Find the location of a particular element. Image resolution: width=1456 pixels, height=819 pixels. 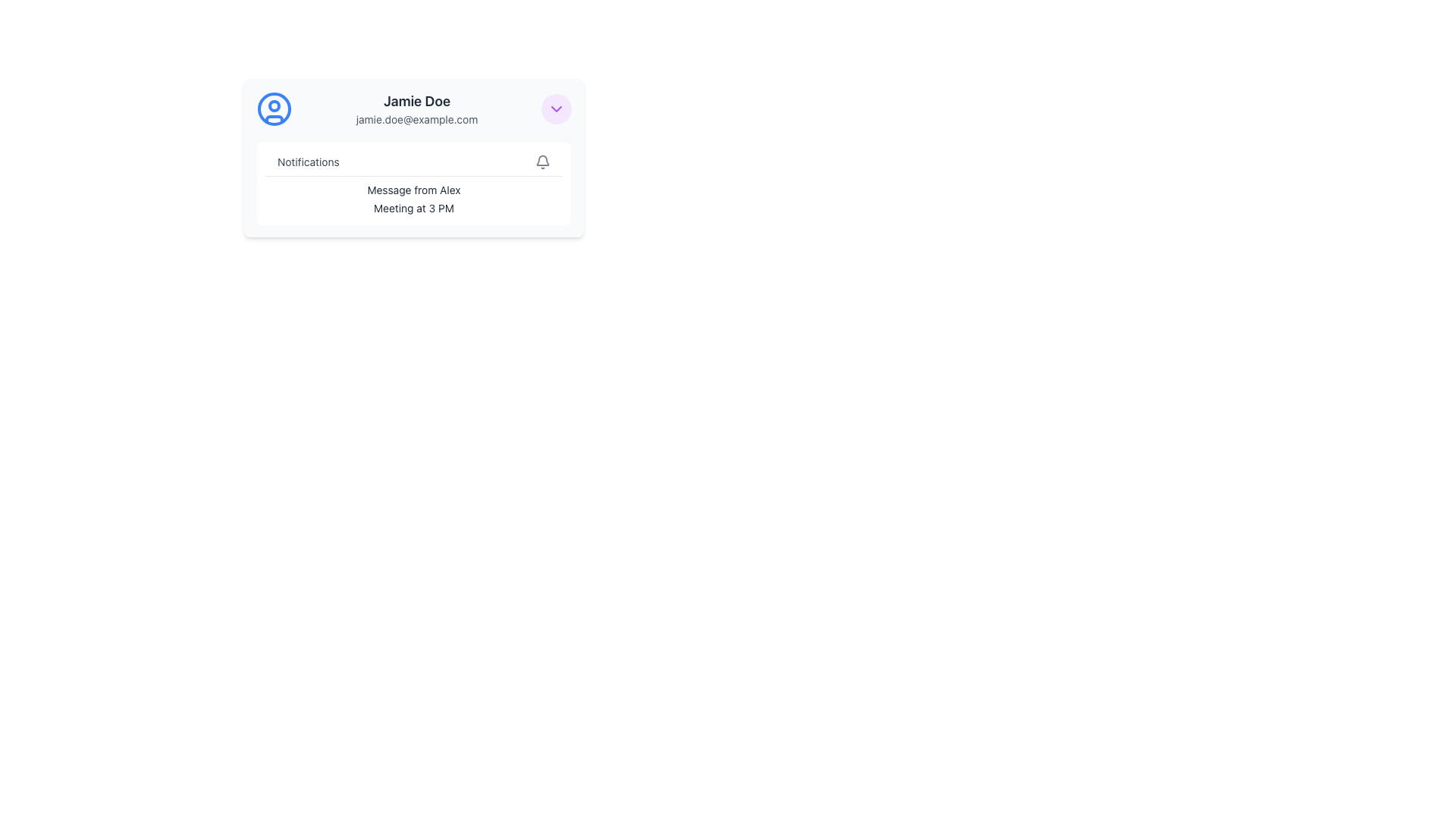

the chevron icon located at the top-right corner of the user card is located at coordinates (556, 108).